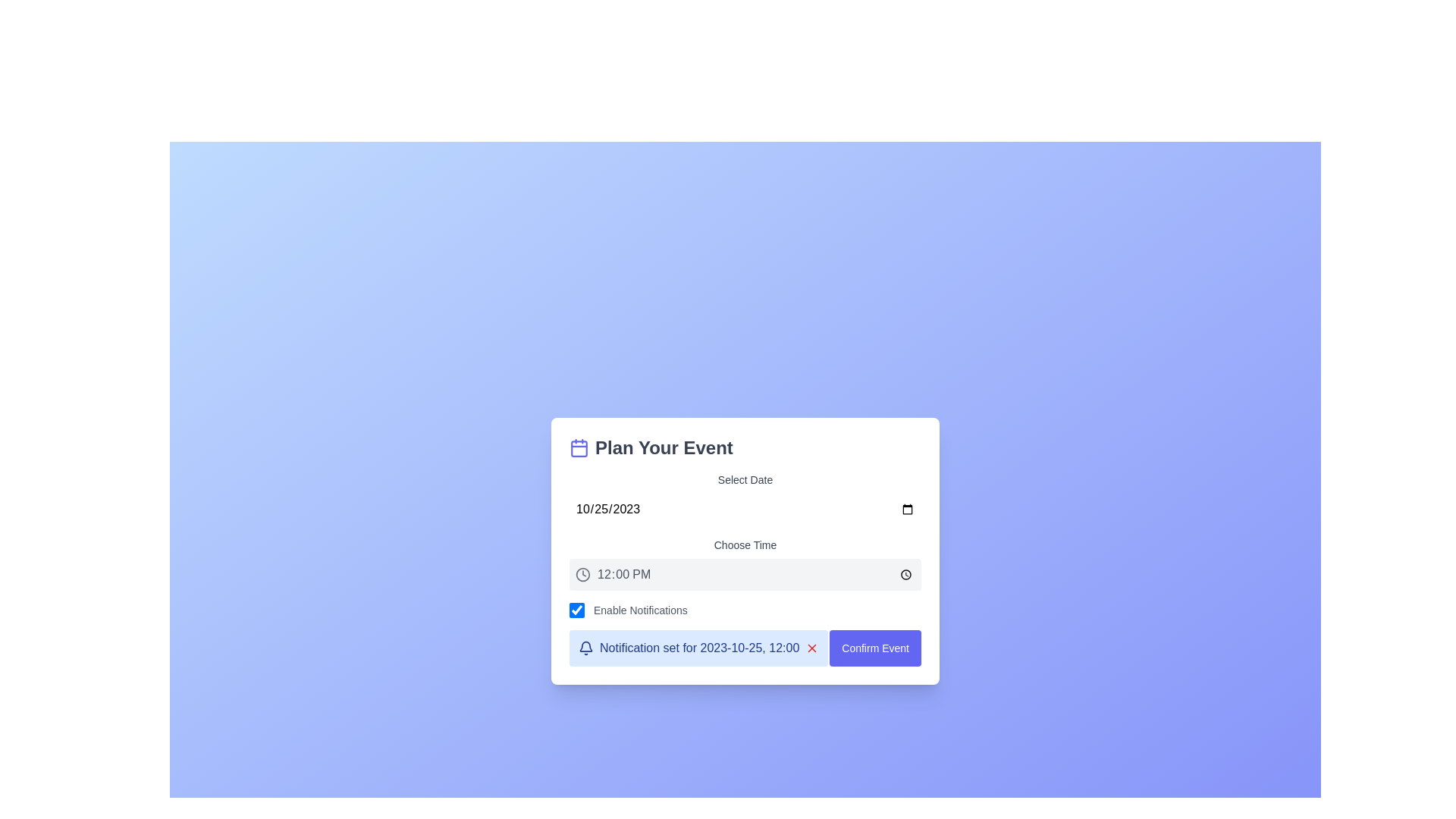 The height and width of the screenshot is (819, 1456). Describe the element at coordinates (585, 648) in the screenshot. I see `the notification icon located to the left of the text 'Notification set for 2023-10-25, 12:00' in the notification bar` at that location.